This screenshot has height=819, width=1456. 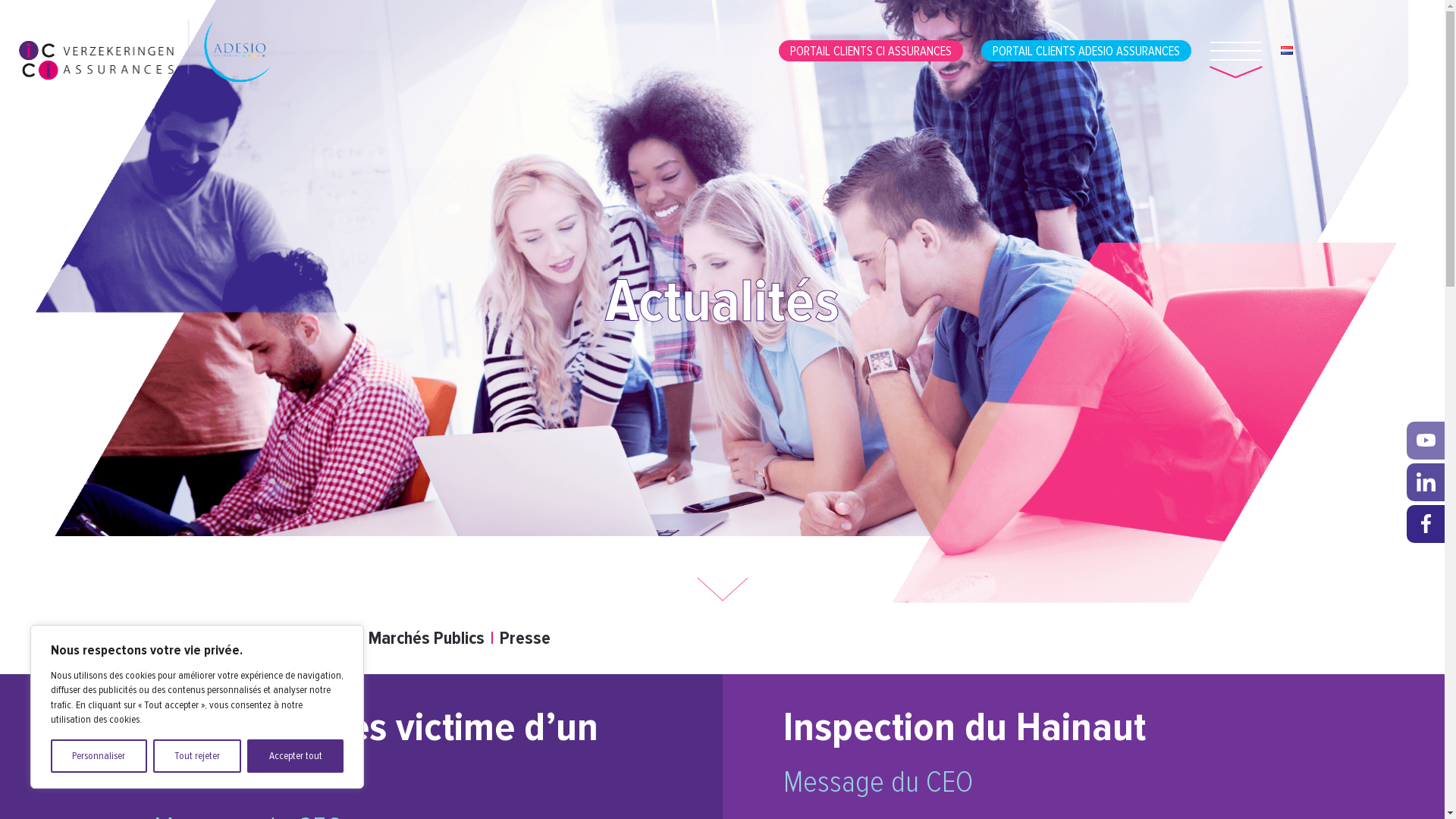 What do you see at coordinates (98, 755) in the screenshot?
I see `'Personnaliser'` at bounding box center [98, 755].